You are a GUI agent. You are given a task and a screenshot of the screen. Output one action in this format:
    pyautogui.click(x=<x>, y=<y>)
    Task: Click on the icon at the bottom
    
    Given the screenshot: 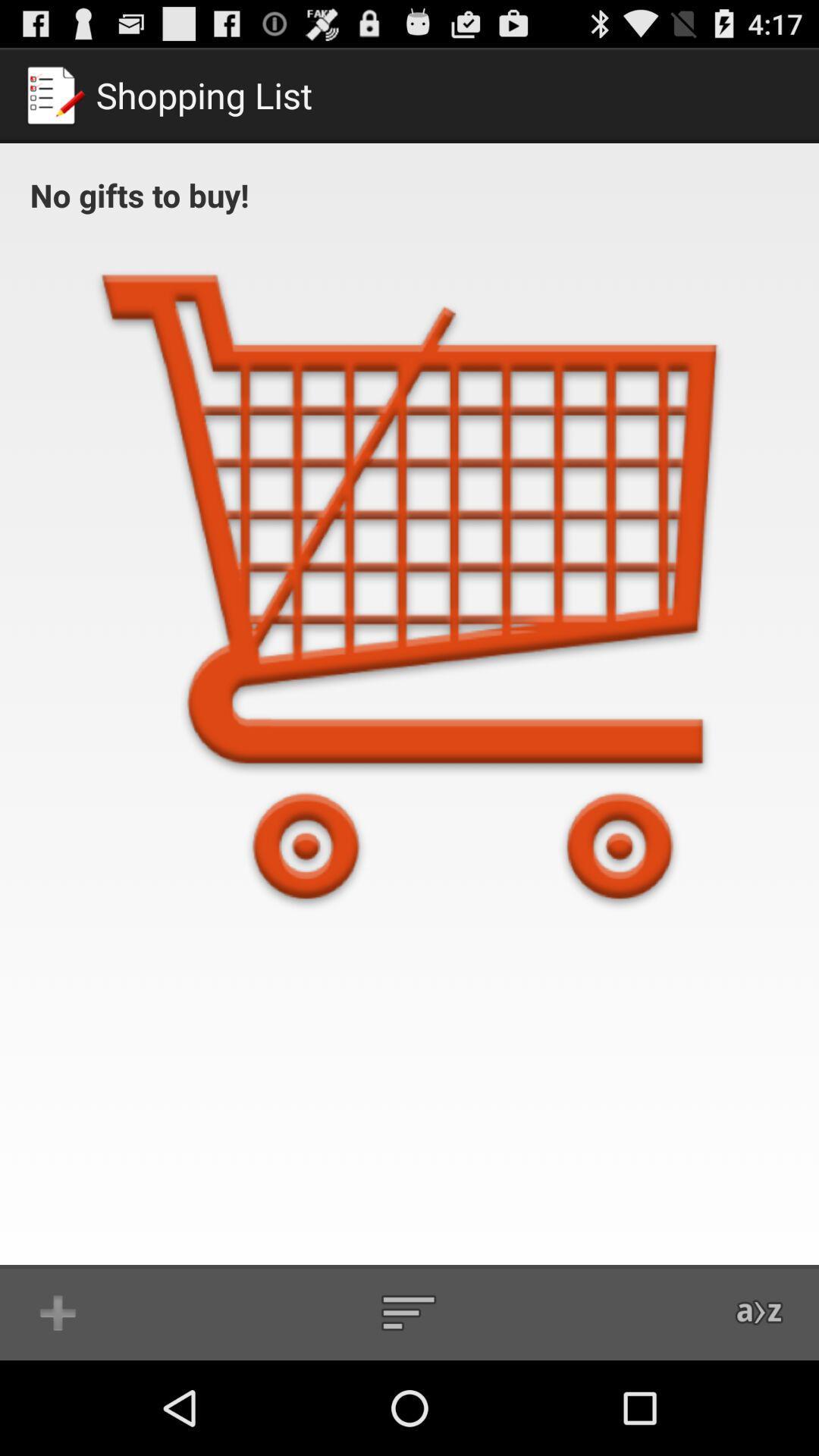 What is the action you would take?
    pyautogui.click(x=408, y=1312)
    